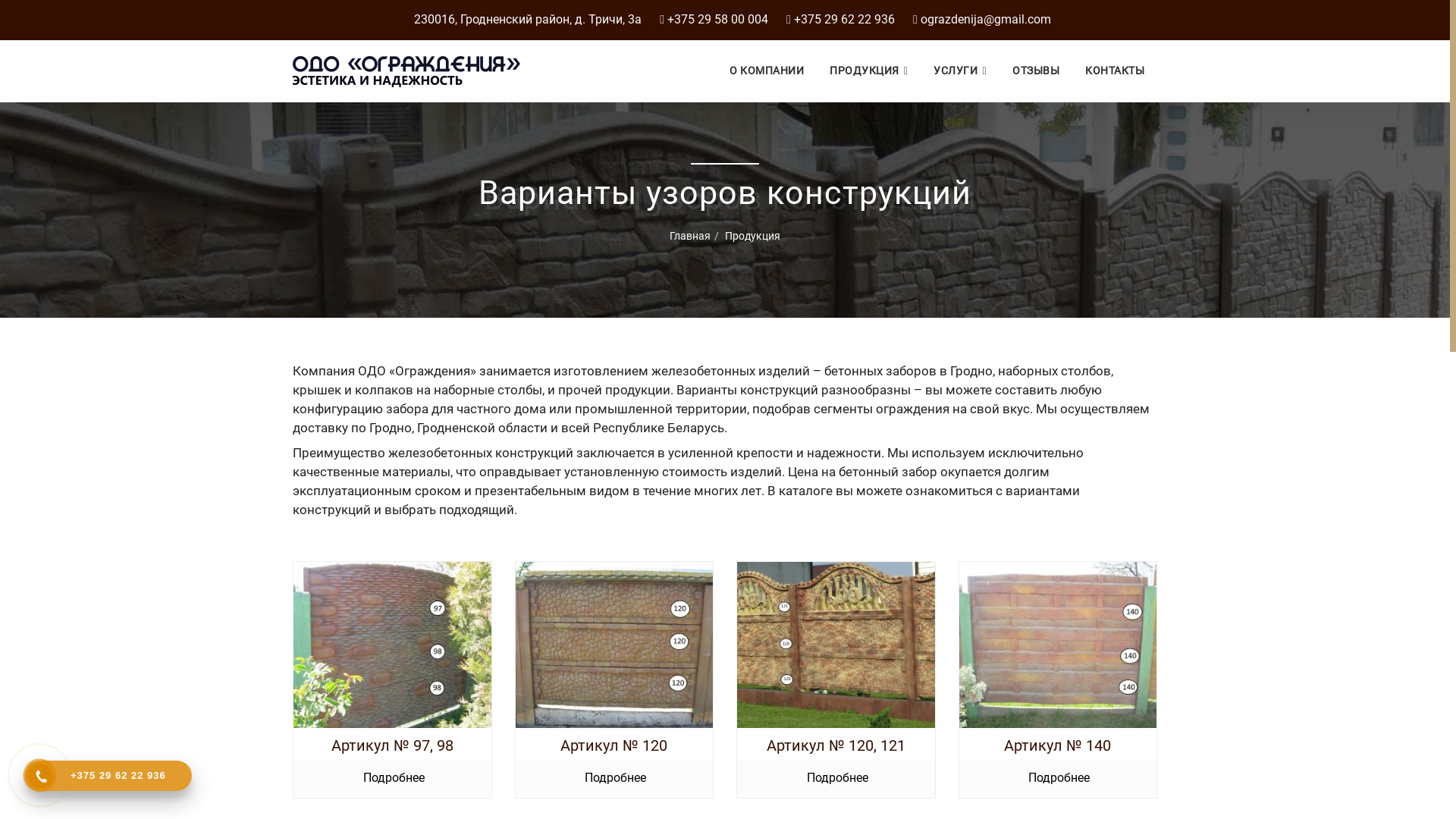 Image resolution: width=1456 pixels, height=819 pixels. I want to click on '+375 29 62 22 936', so click(843, 19).